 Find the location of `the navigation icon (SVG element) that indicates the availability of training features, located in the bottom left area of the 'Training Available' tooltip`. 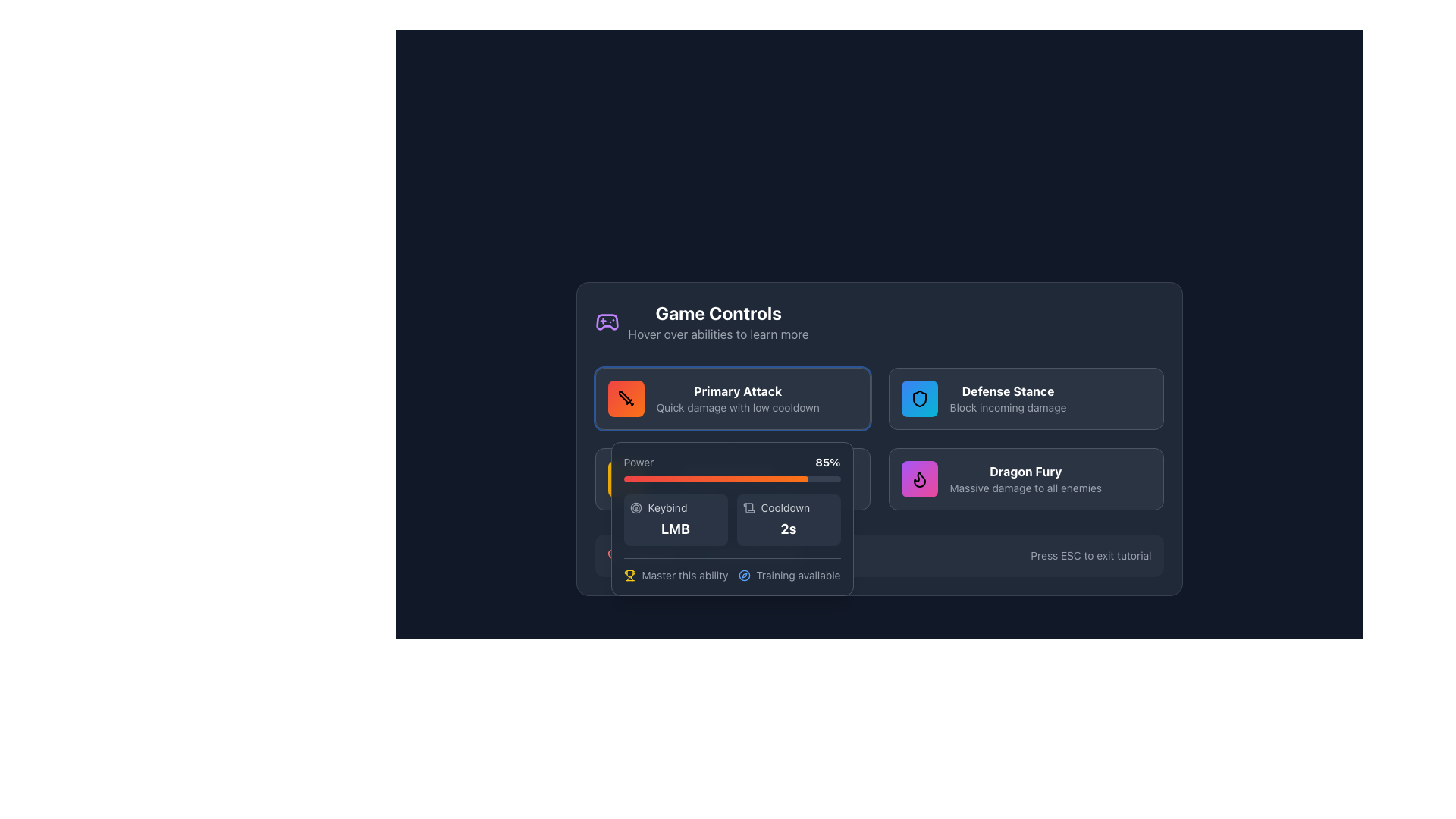

the navigation icon (SVG element) that indicates the availability of training features, located in the bottom left area of the 'Training Available' tooltip is located at coordinates (744, 576).